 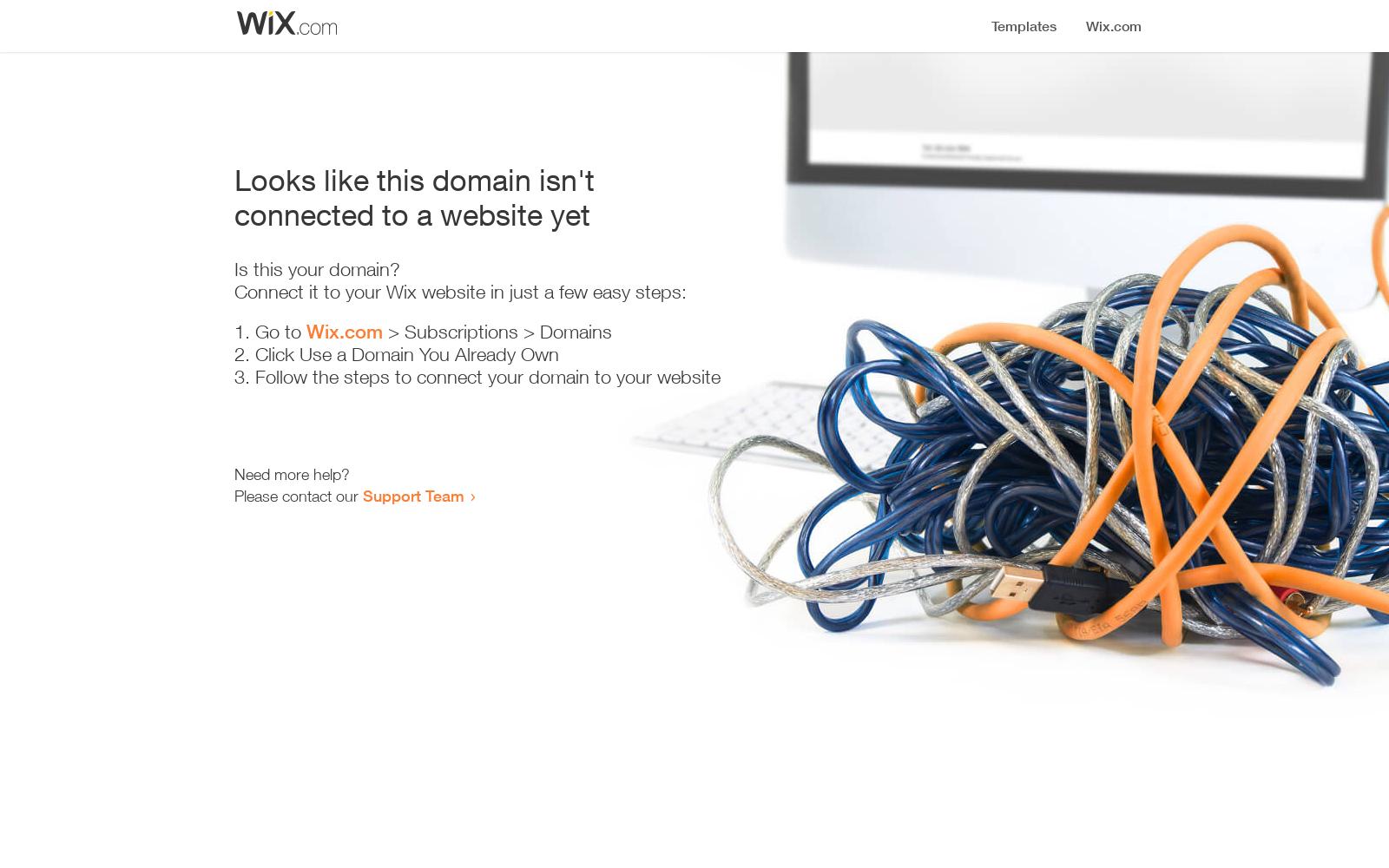 I want to click on 'Go to', so click(x=254, y=332).